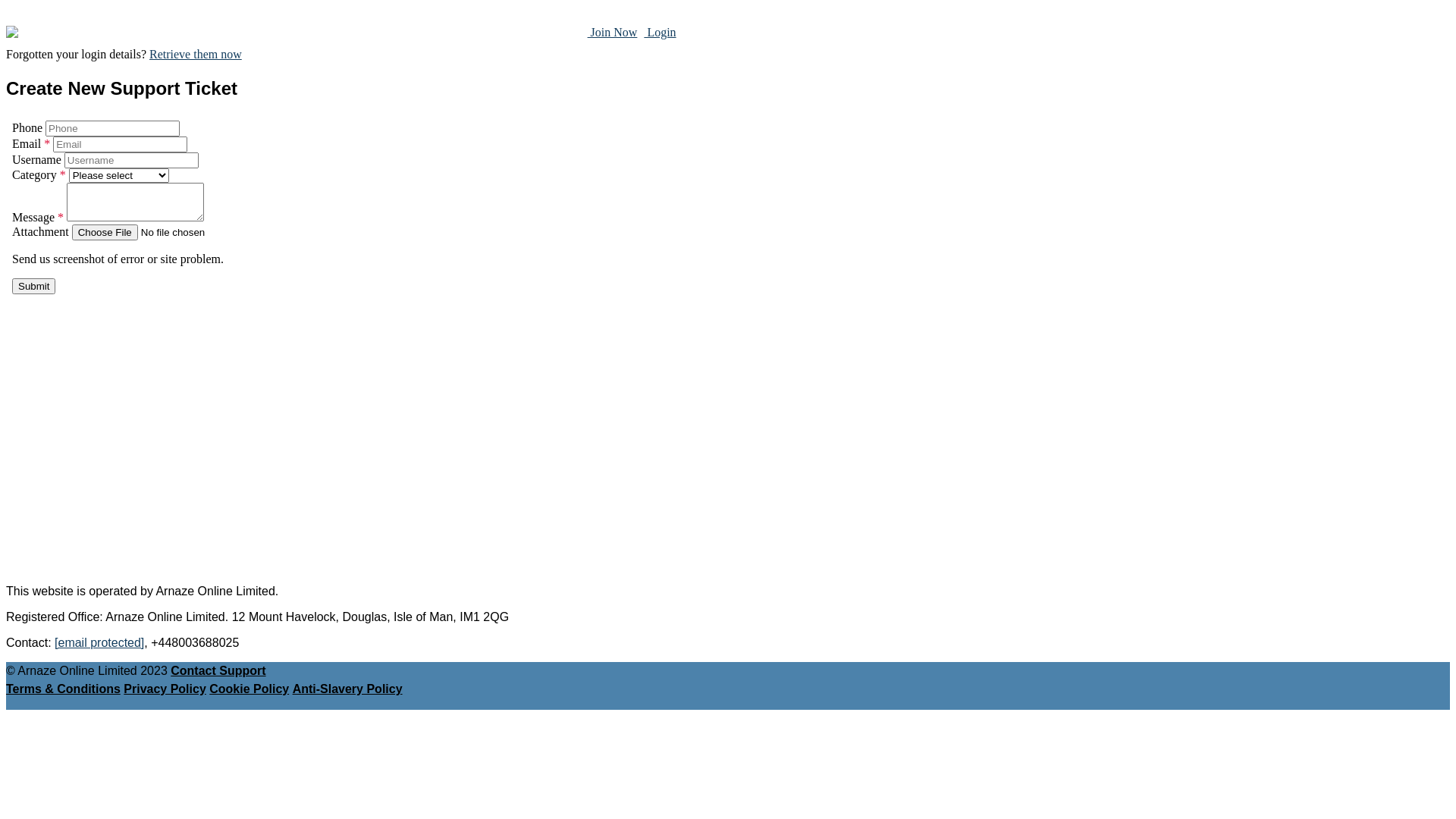 The image size is (1456, 819). What do you see at coordinates (195, 53) in the screenshot?
I see `'Retrieve them now'` at bounding box center [195, 53].